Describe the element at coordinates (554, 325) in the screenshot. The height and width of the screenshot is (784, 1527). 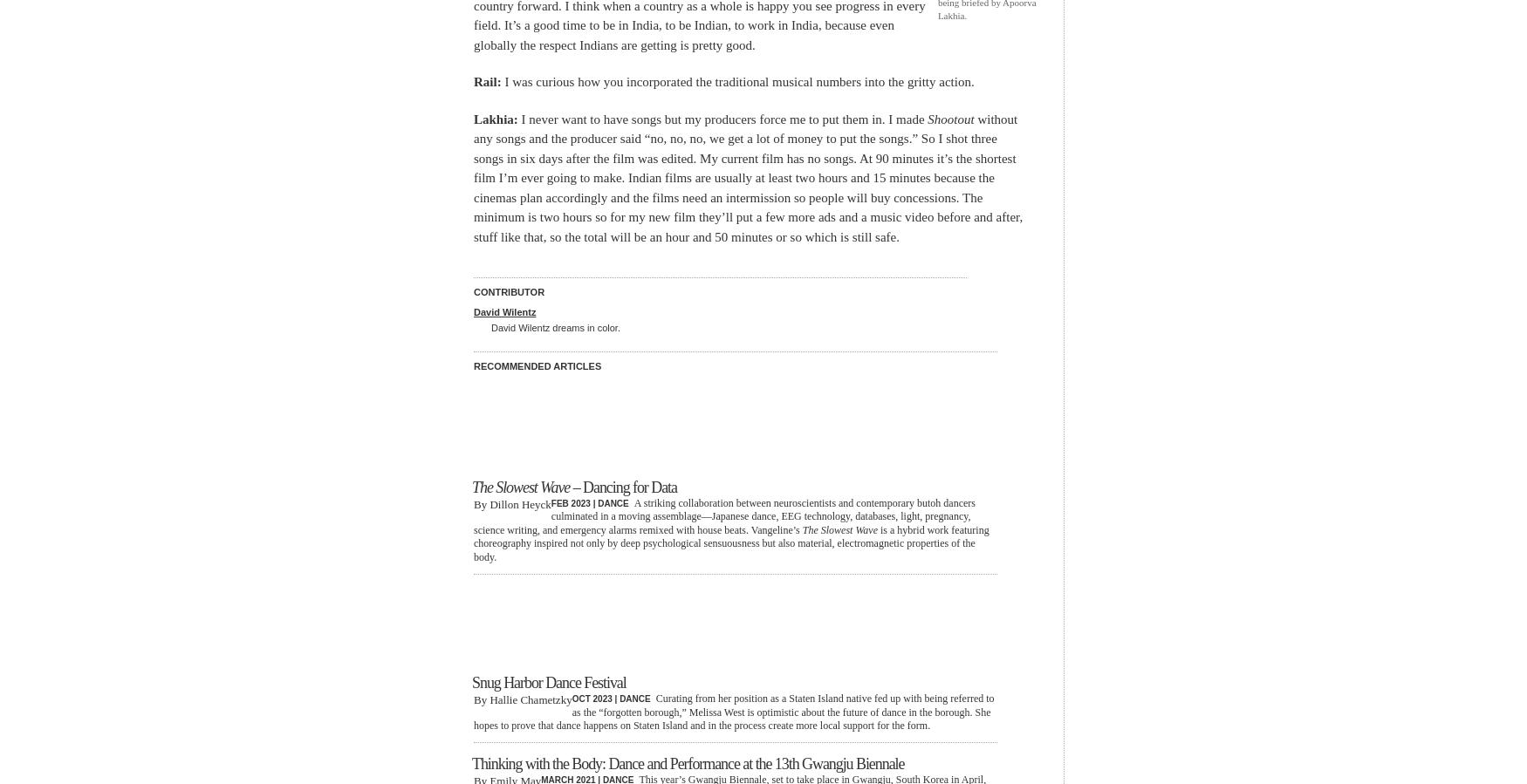
I see `'David Wilentz dreams in color.'` at that location.